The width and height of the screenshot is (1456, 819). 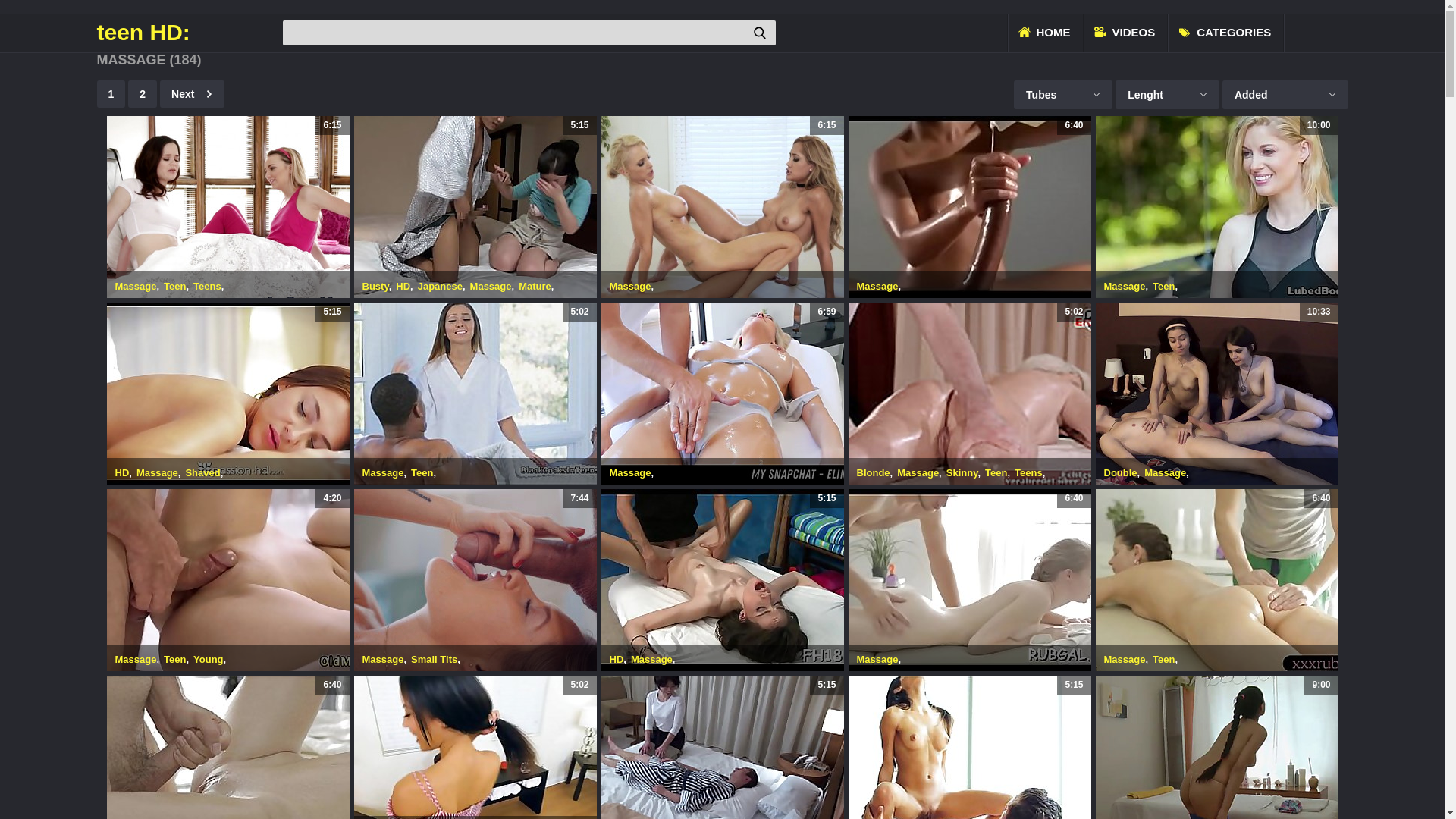 I want to click on 'Massage', so click(x=115, y=286).